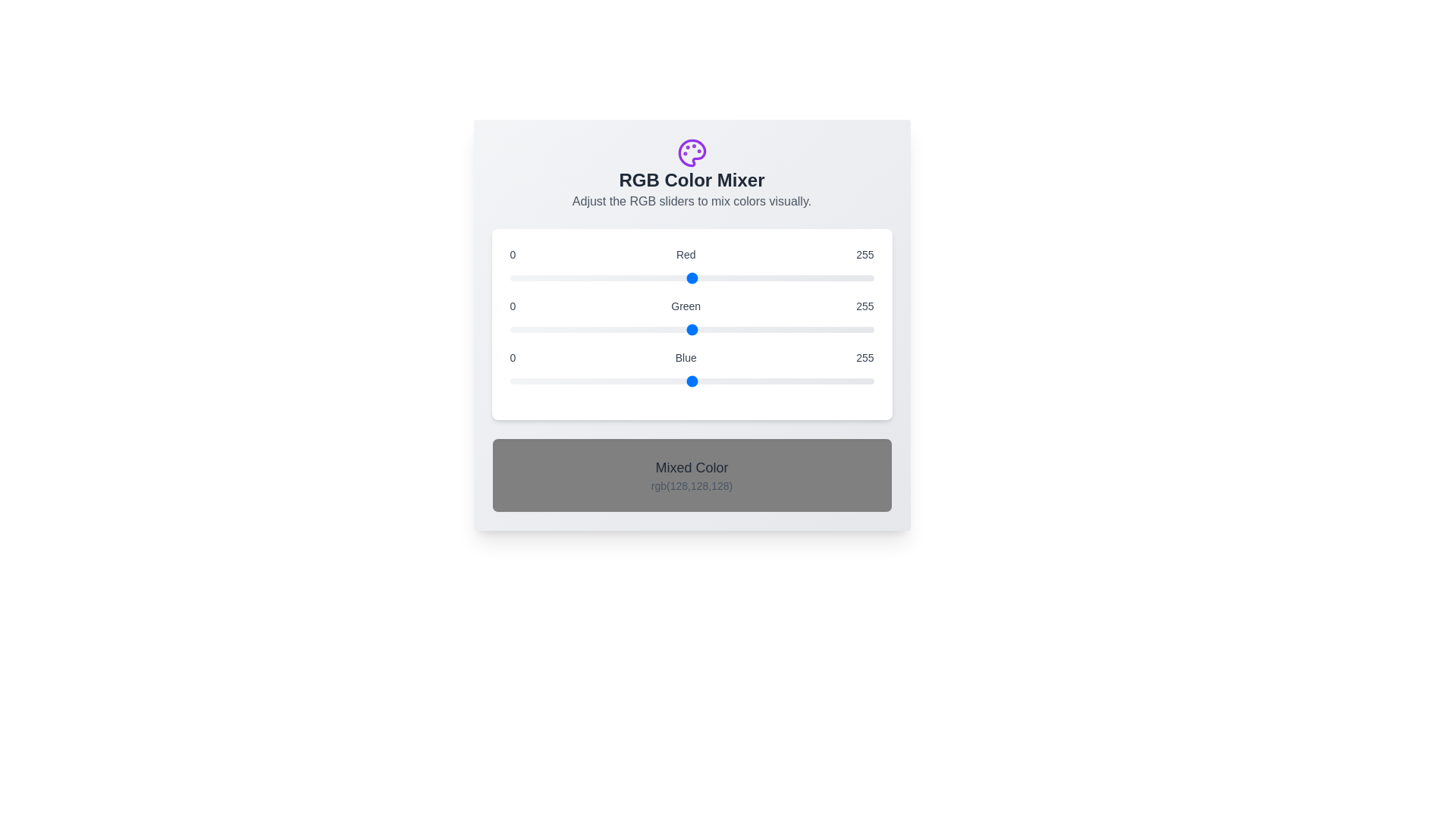  Describe the element at coordinates (534, 329) in the screenshot. I see `the green slider to set the green component to 17` at that location.